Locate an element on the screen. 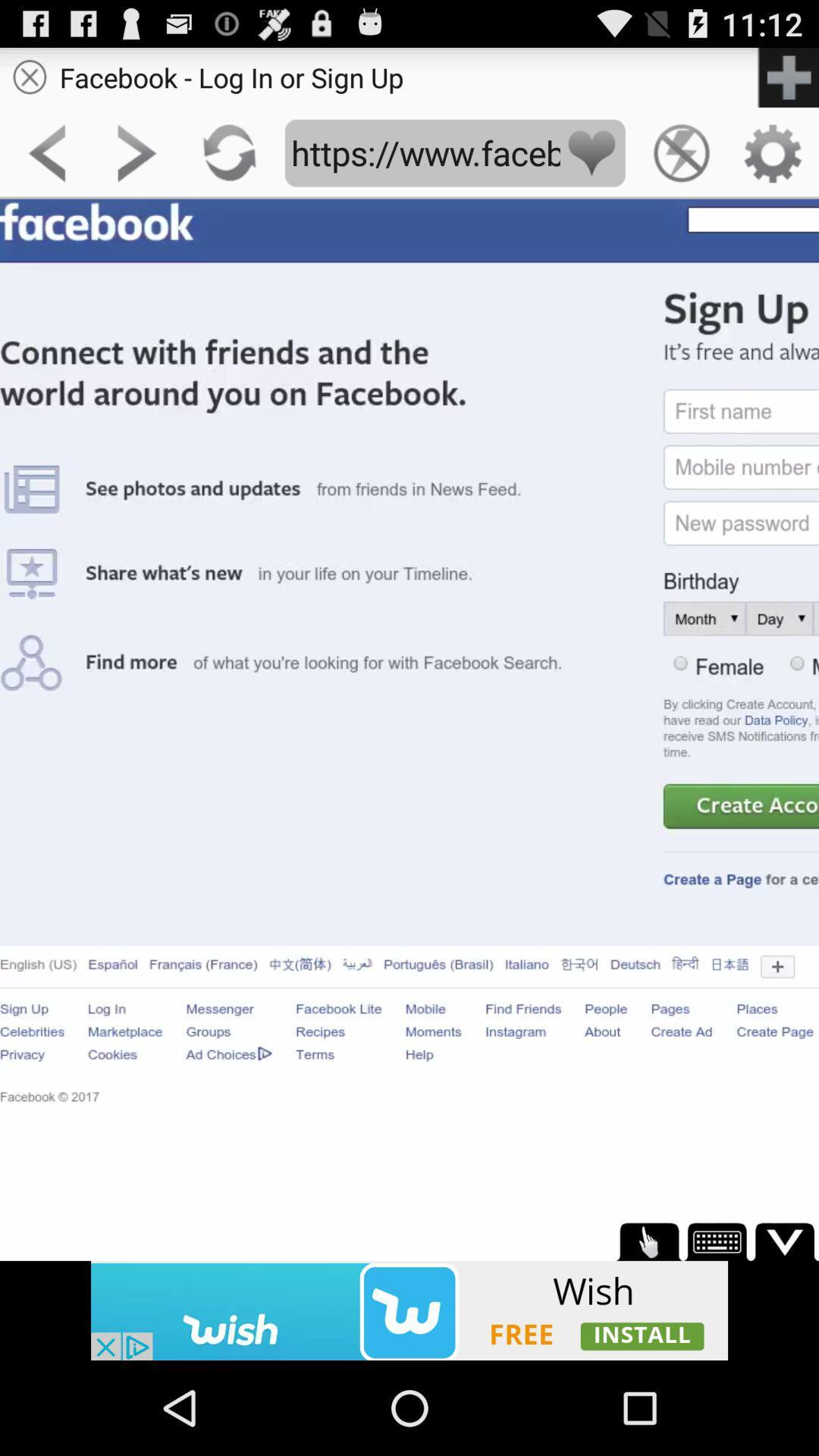 Image resolution: width=819 pixels, height=1456 pixels. the close icon is located at coordinates (30, 82).